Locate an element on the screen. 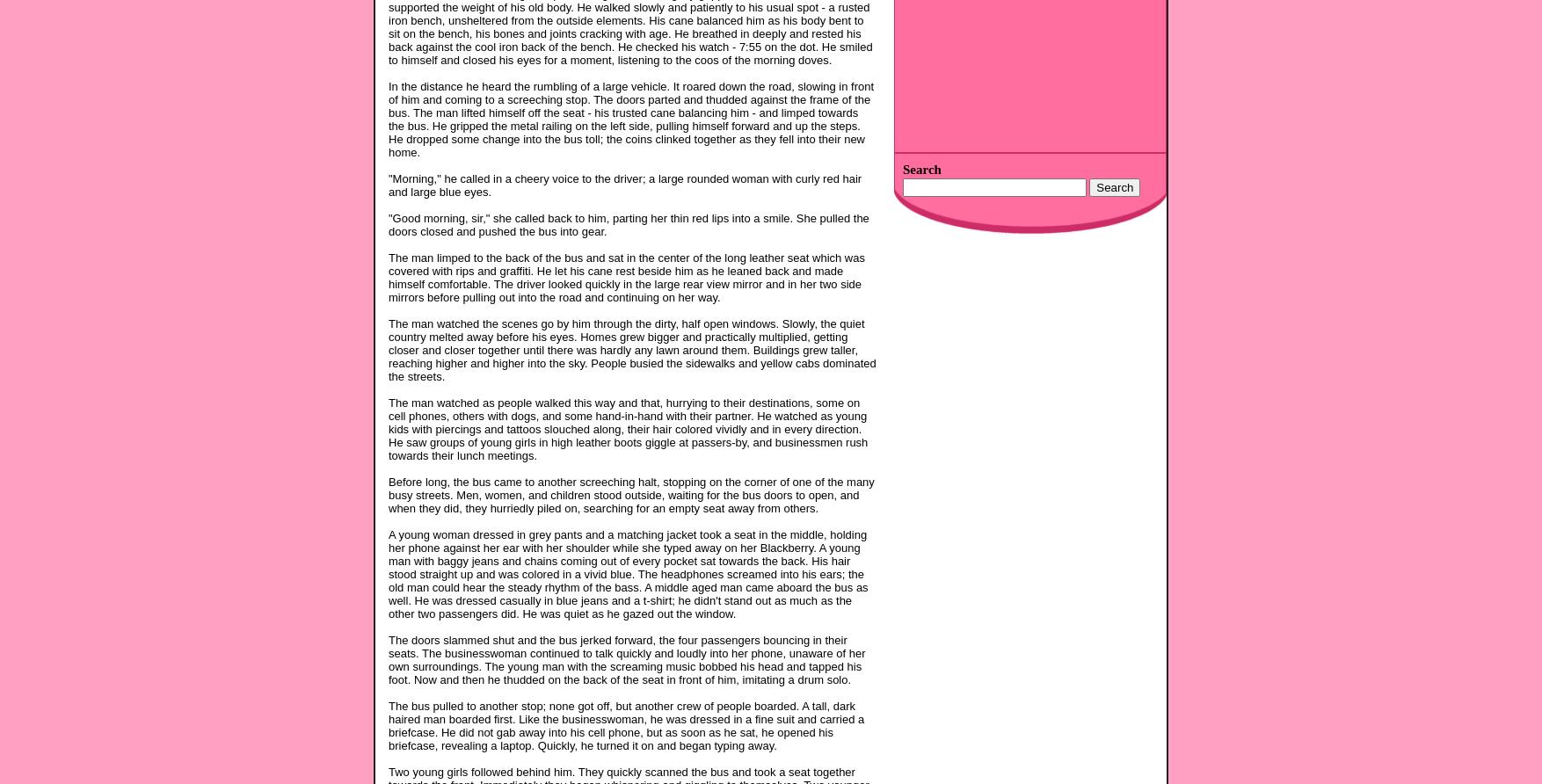 The height and width of the screenshot is (784, 1542). '- Inappropriate Facebook photos' is located at coordinates (977, 49).